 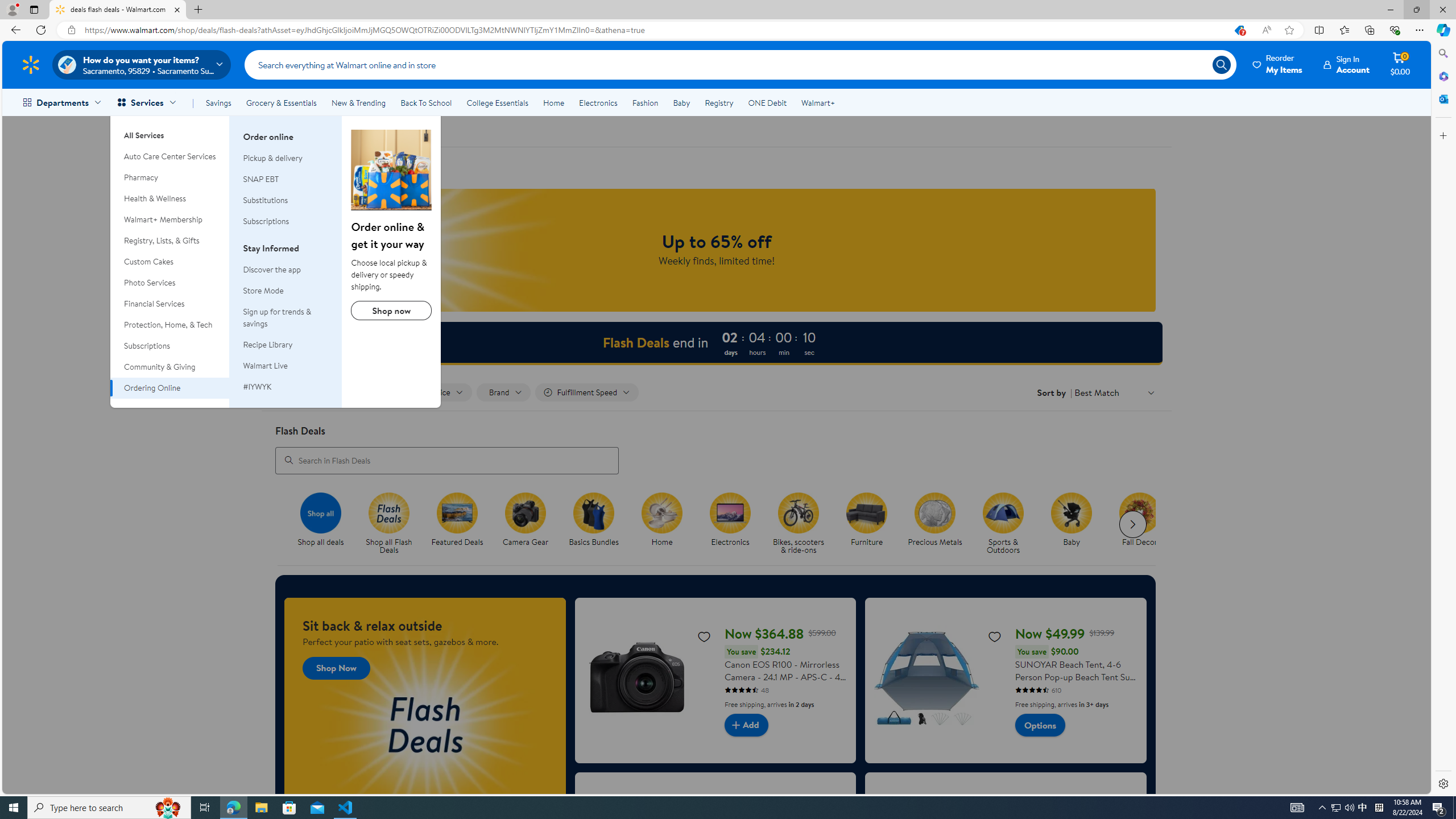 What do you see at coordinates (1139, 520) in the screenshot?
I see `'Fall Decor Fall Decor'` at bounding box center [1139, 520].